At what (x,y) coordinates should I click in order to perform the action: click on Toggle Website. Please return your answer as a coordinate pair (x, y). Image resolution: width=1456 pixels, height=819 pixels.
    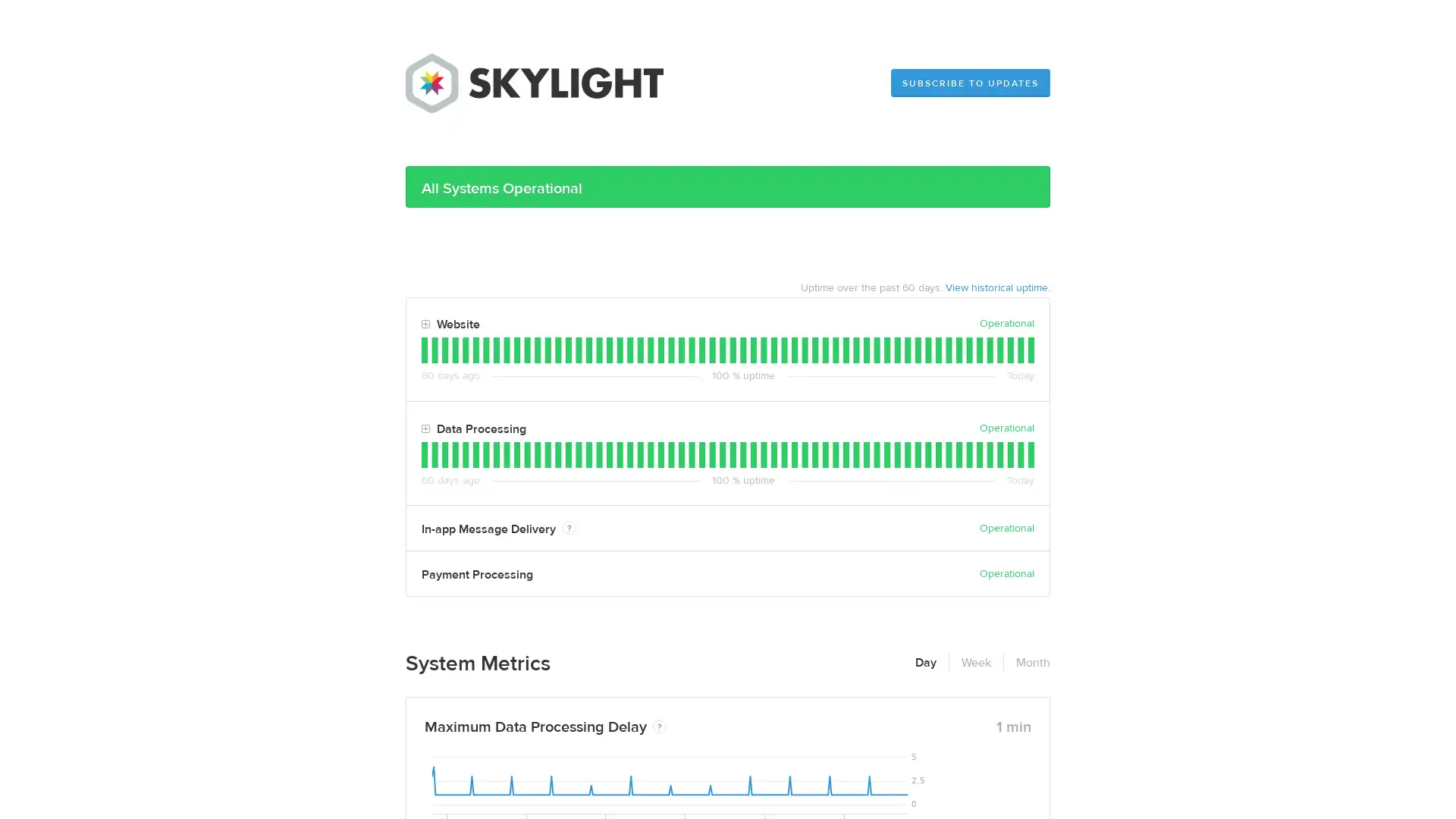
    Looking at the image, I should click on (425, 324).